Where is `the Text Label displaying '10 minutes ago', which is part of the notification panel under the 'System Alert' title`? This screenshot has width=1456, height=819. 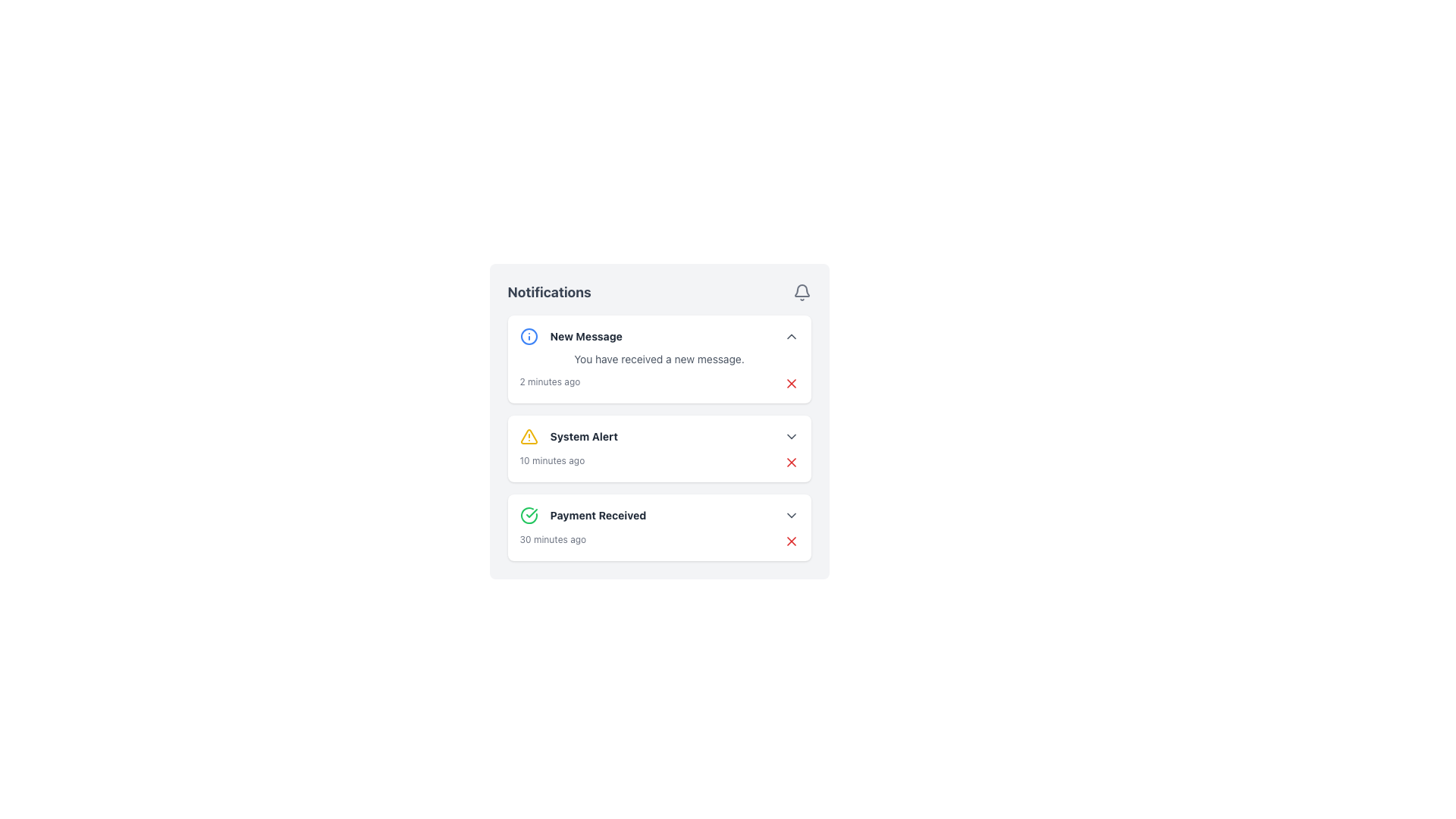 the Text Label displaying '10 minutes ago', which is part of the notification panel under the 'System Alert' title is located at coordinates (551, 461).